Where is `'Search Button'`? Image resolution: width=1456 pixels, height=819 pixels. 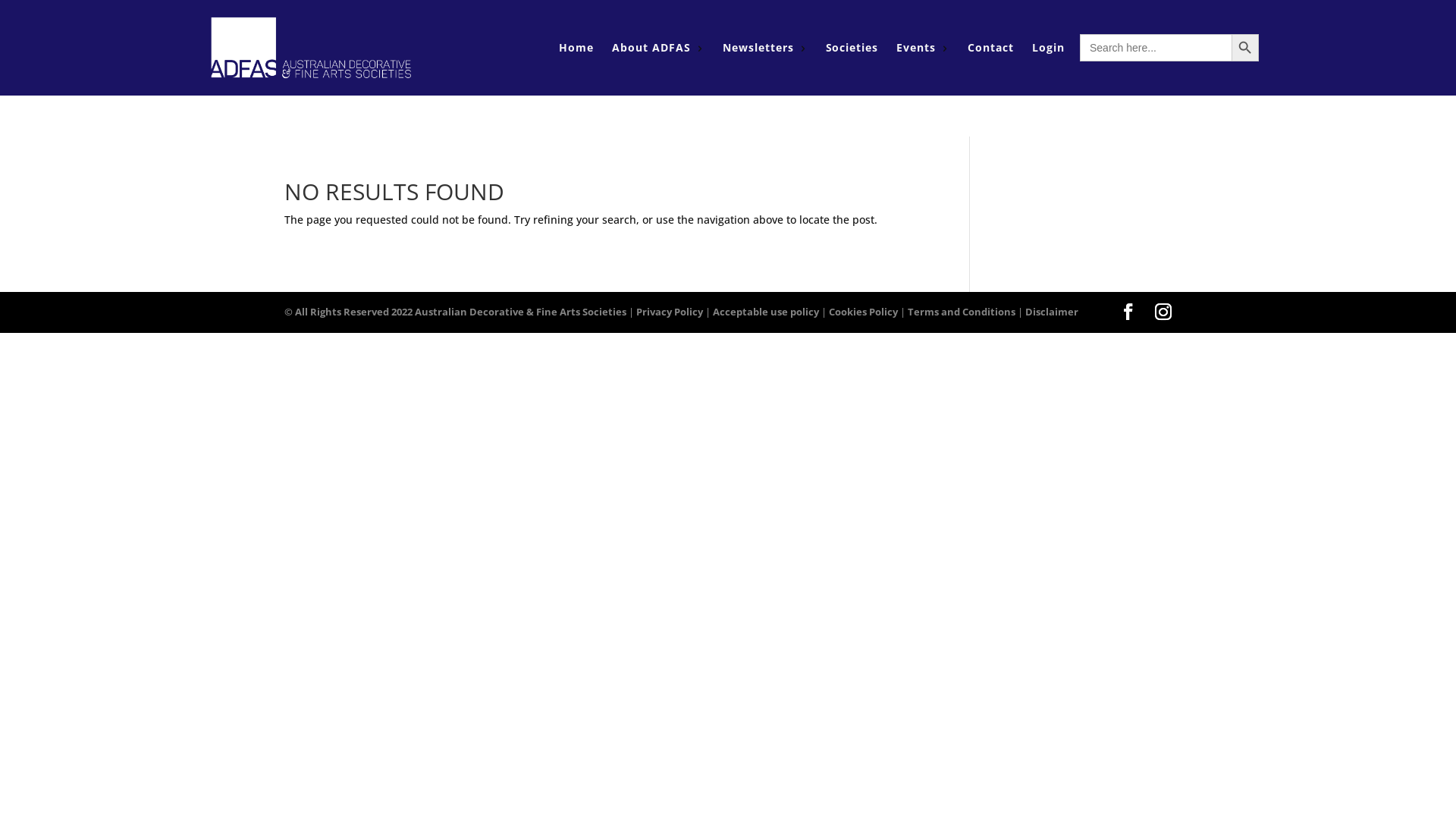 'Search Button' is located at coordinates (1231, 46).